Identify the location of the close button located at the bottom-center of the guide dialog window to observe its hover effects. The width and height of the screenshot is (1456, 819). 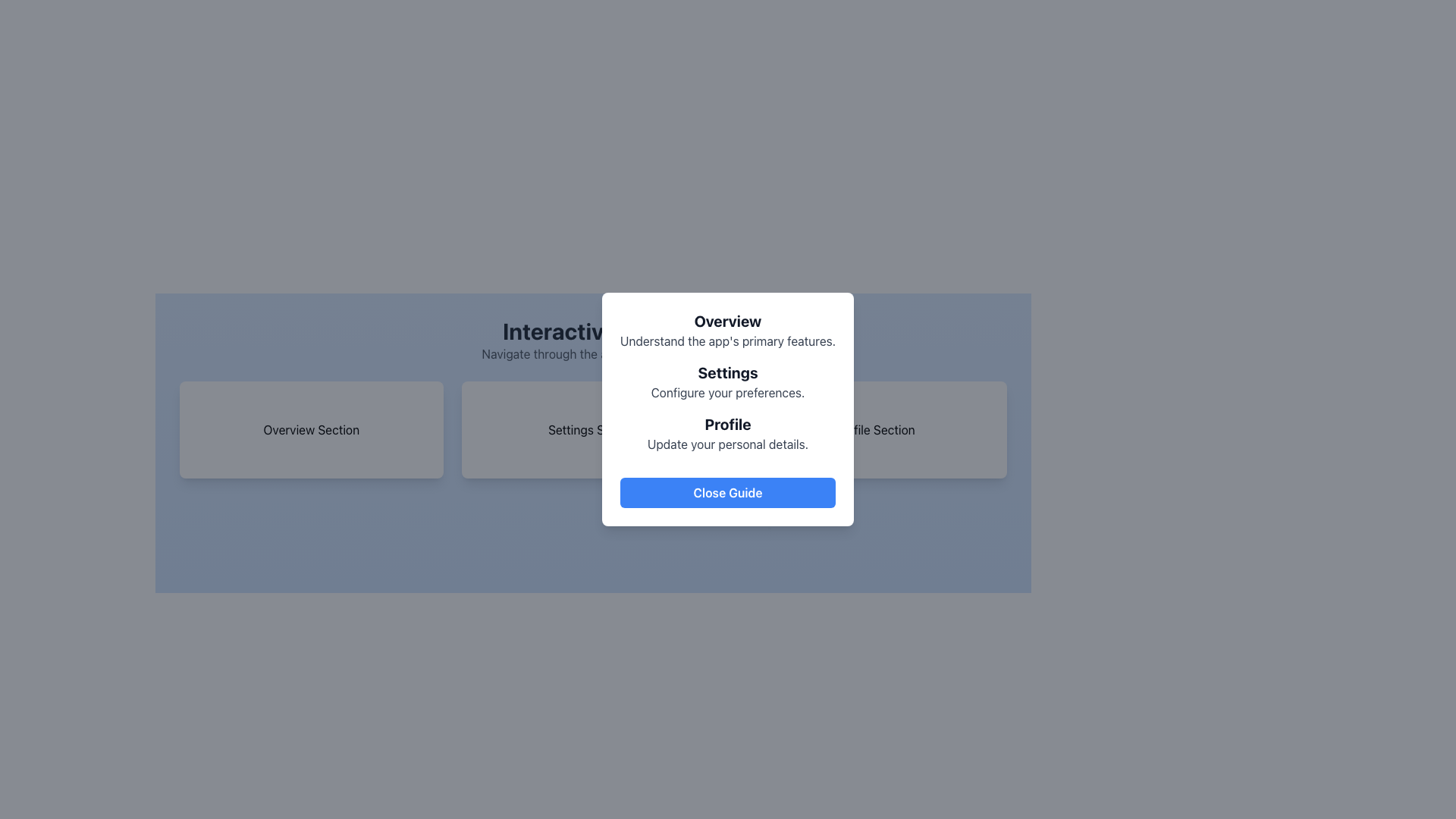
(728, 493).